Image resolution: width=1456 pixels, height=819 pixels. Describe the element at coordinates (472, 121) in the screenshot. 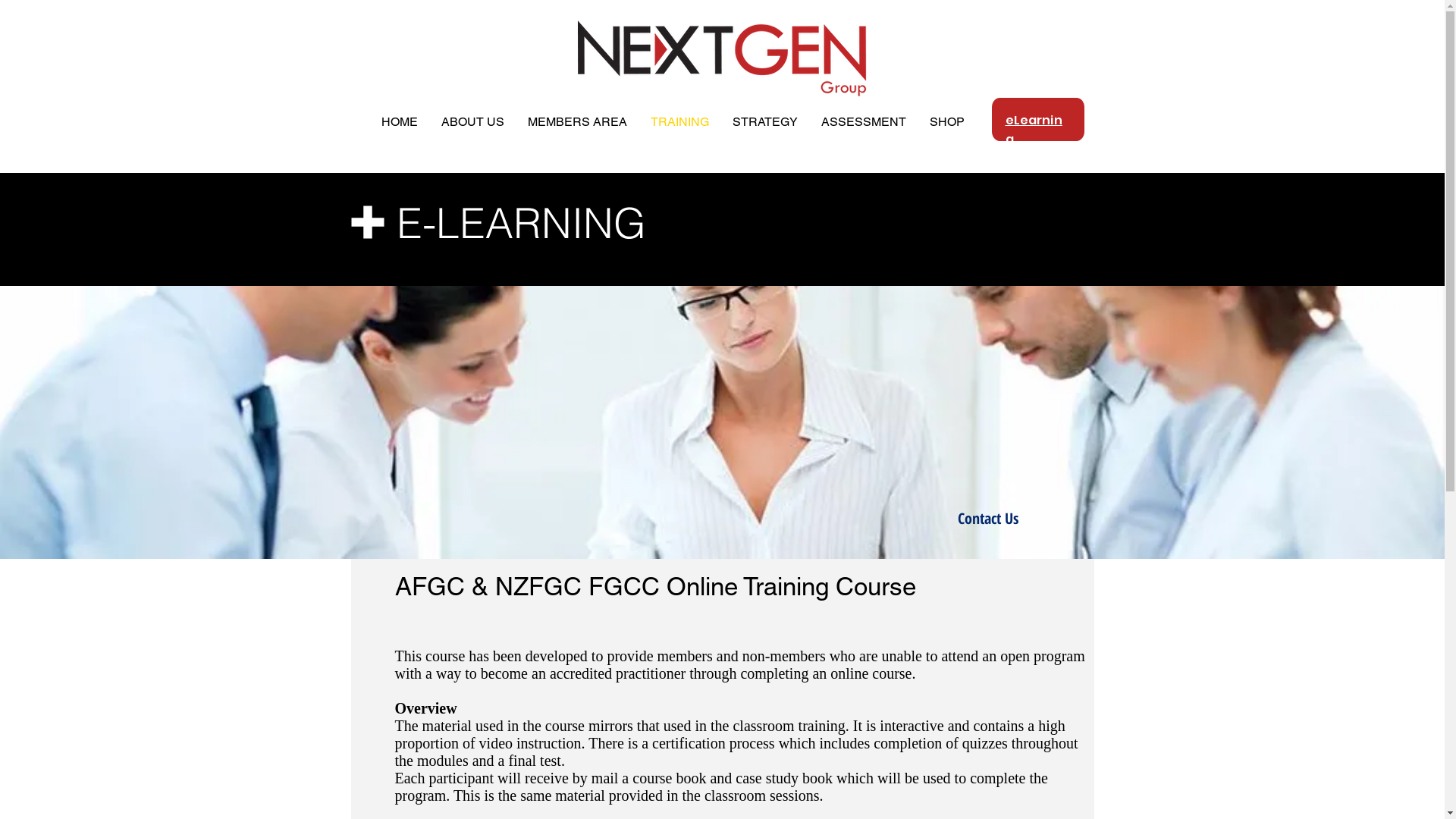

I see `'ABOUT US'` at that location.